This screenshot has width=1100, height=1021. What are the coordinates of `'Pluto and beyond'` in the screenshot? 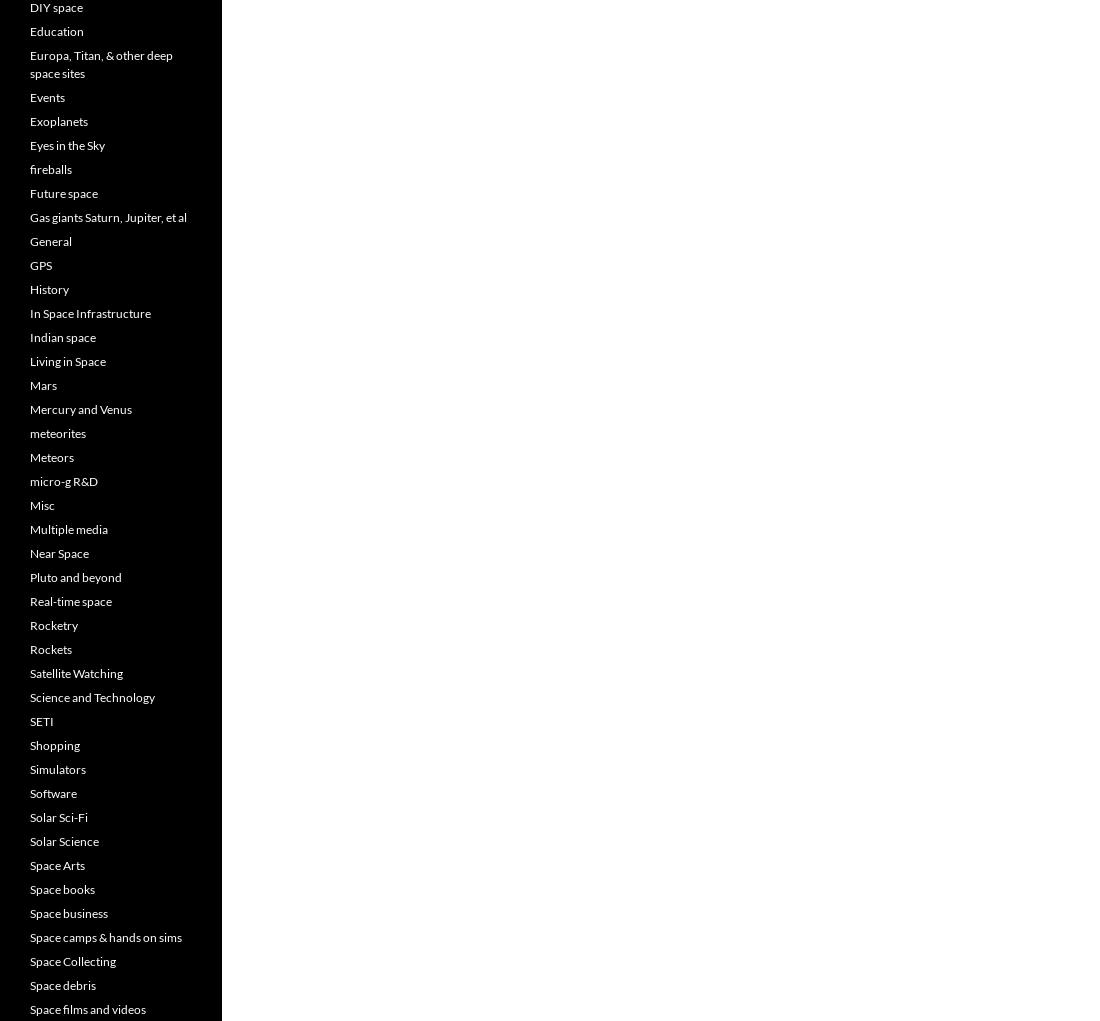 It's located at (76, 576).